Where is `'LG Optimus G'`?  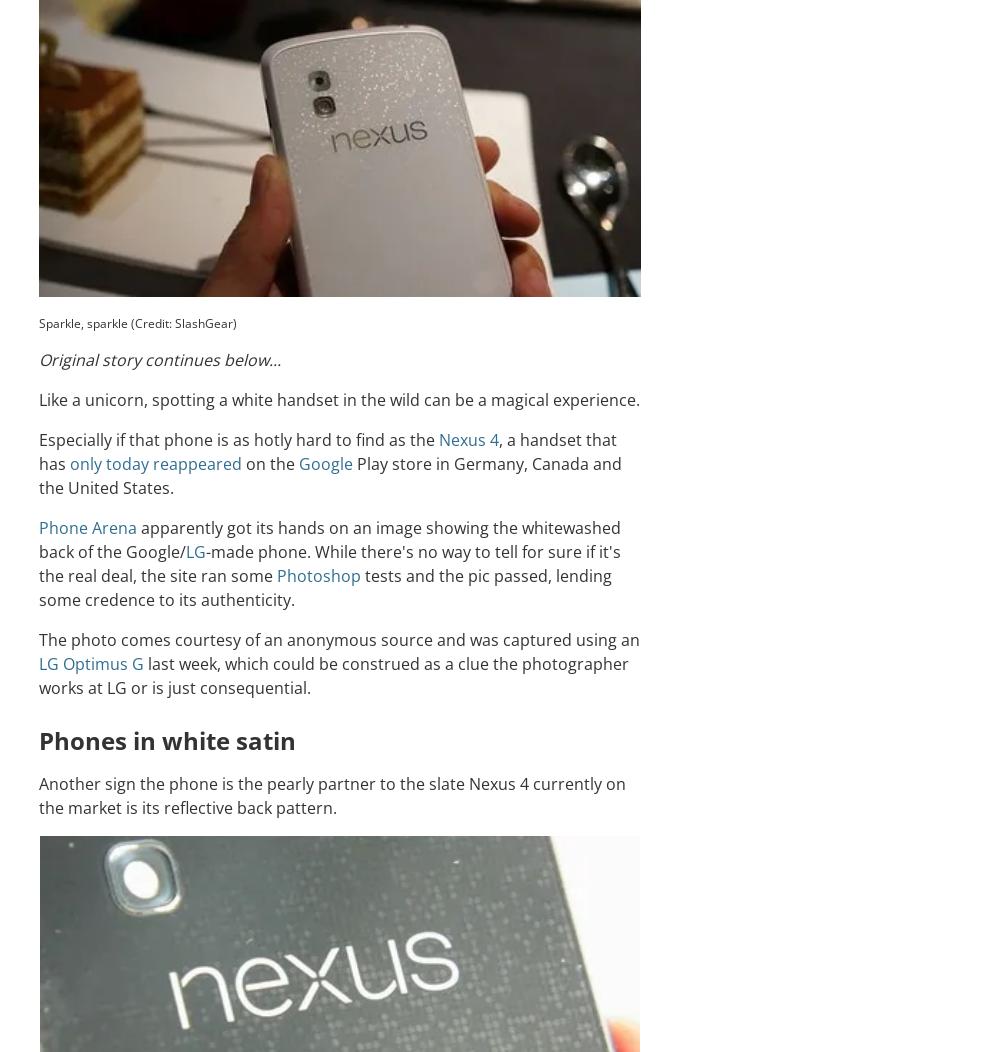
'LG Optimus G' is located at coordinates (90, 661).